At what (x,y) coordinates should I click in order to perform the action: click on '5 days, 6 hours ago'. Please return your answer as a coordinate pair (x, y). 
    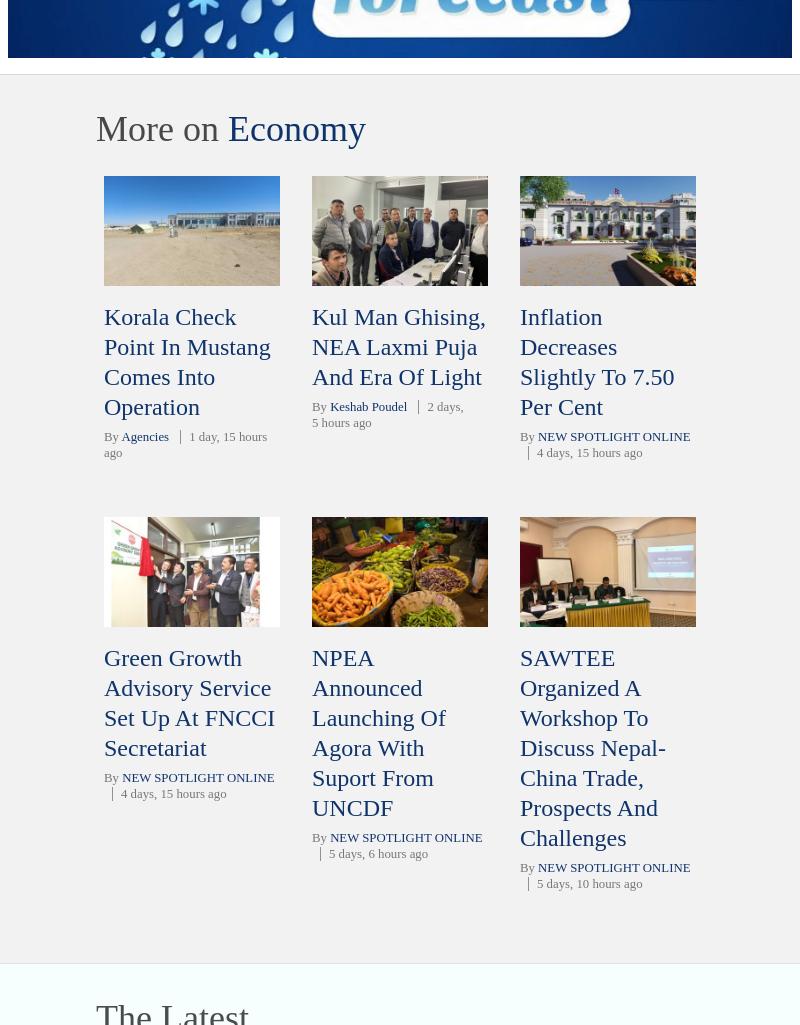
    Looking at the image, I should click on (327, 853).